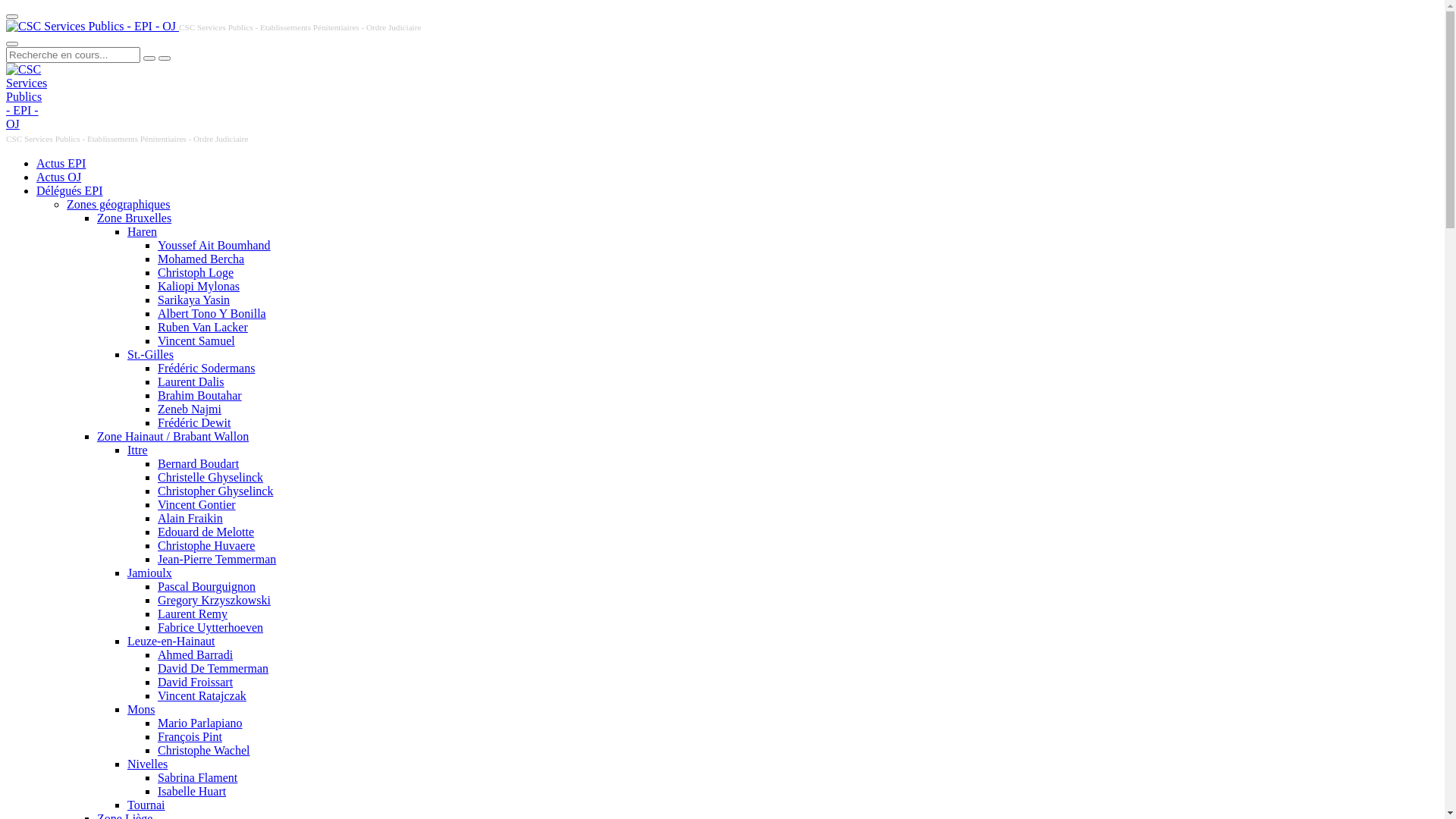 This screenshot has height=819, width=1456. Describe the element at coordinates (209, 476) in the screenshot. I see `'Christelle Ghyselinck'` at that location.